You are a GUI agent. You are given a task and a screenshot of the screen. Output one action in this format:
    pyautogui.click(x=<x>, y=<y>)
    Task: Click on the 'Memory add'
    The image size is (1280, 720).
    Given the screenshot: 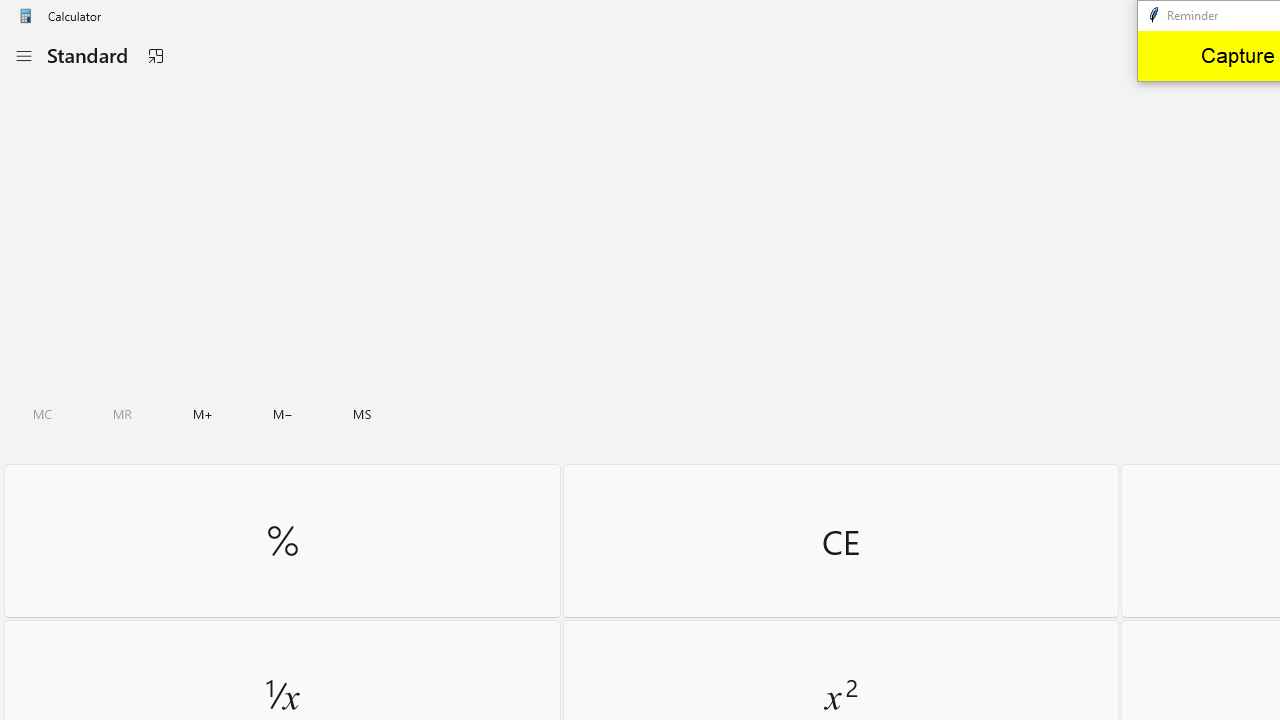 What is the action you would take?
    pyautogui.click(x=202, y=413)
    